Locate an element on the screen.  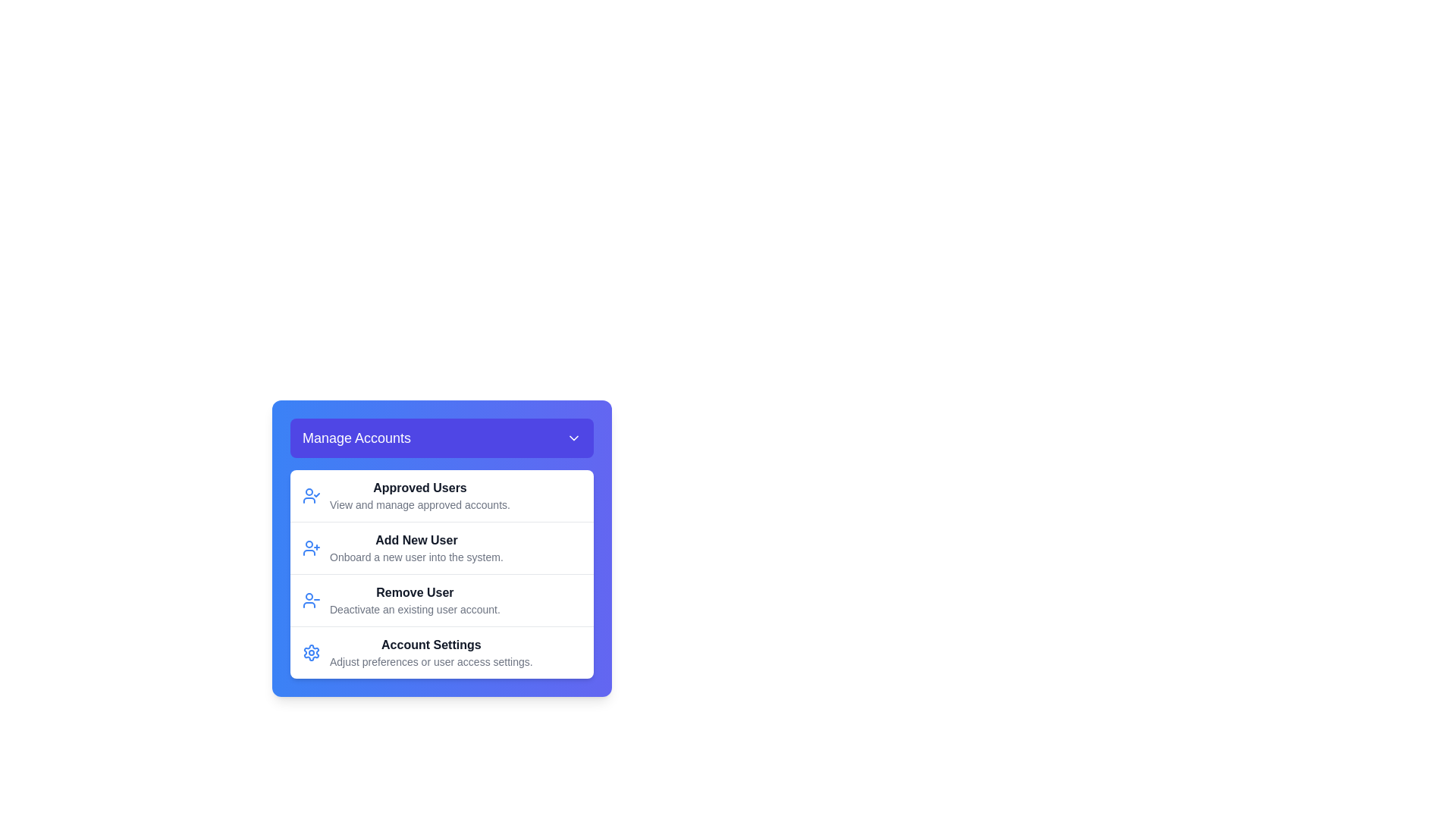
additional details provided by the static text in the 'Approved Users' section, which is located immediately below its header in the 'Manage Accounts' section is located at coordinates (419, 505).